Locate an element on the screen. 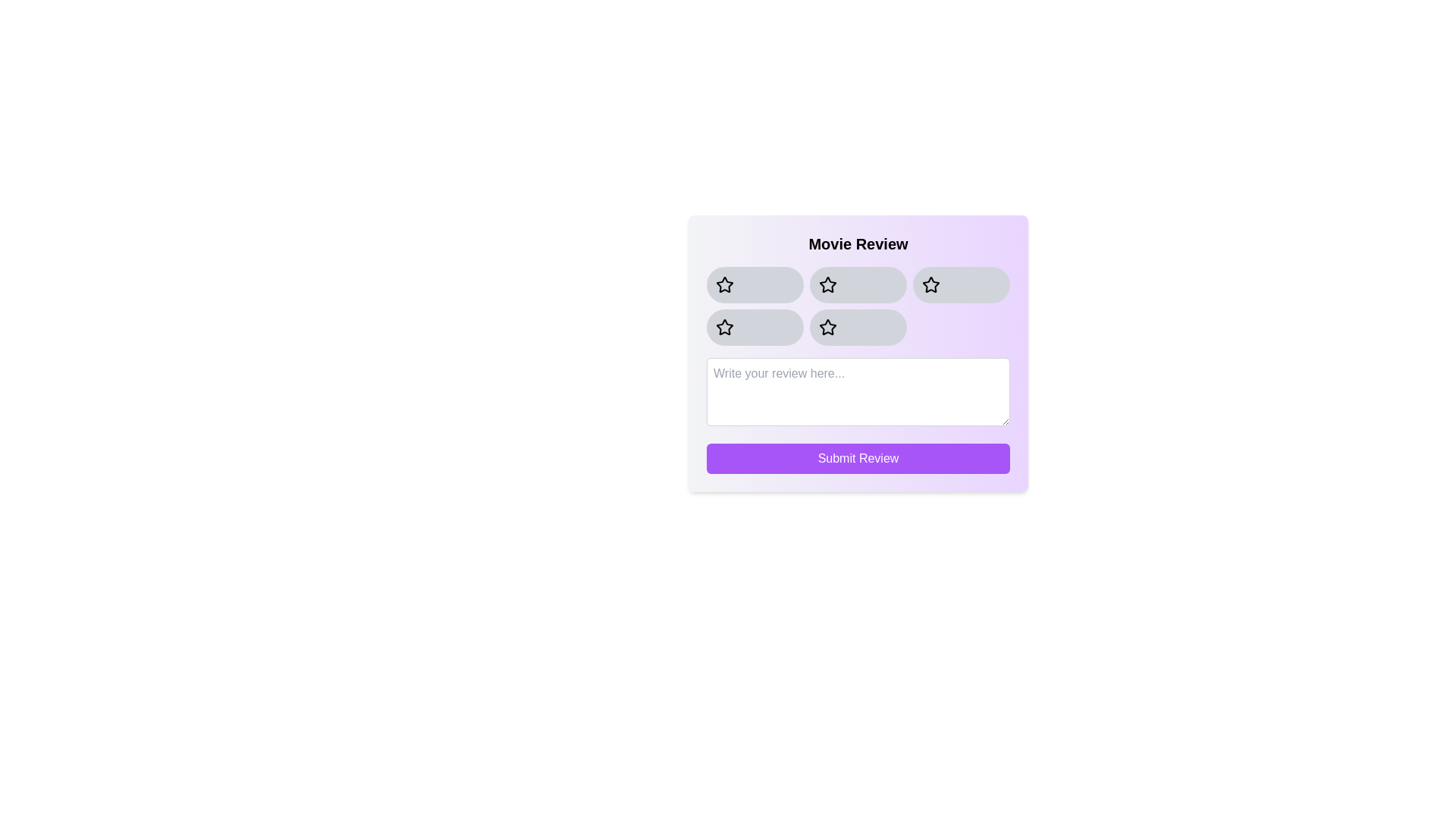 This screenshot has height=819, width=1456. the text area and type the review text is located at coordinates (858, 391).